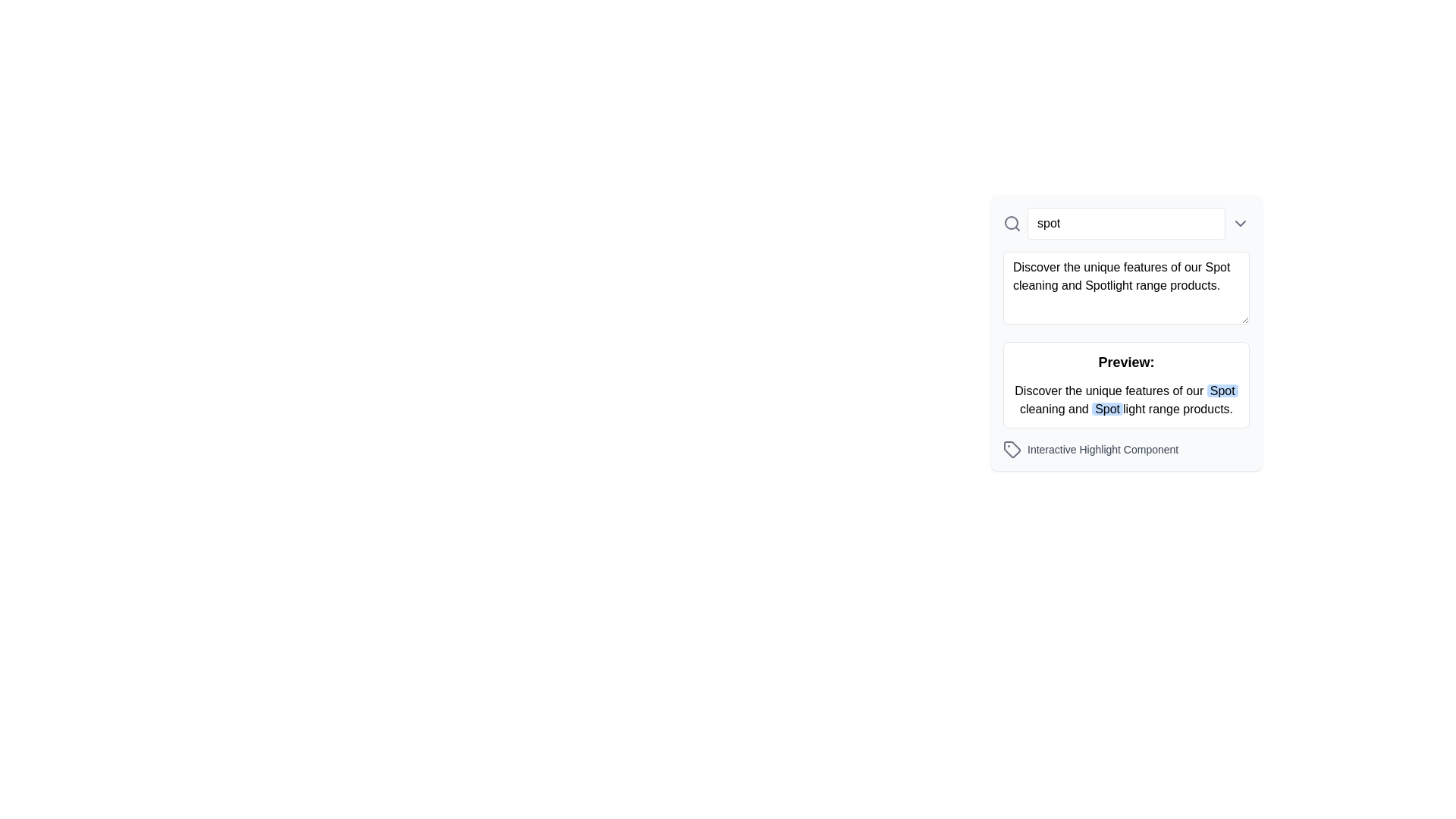 The width and height of the screenshot is (1456, 819). What do you see at coordinates (1012, 222) in the screenshot?
I see `the circular component of the search icon, which represents the body of the magnifying glass, located at the top-left area of the input field` at bounding box center [1012, 222].